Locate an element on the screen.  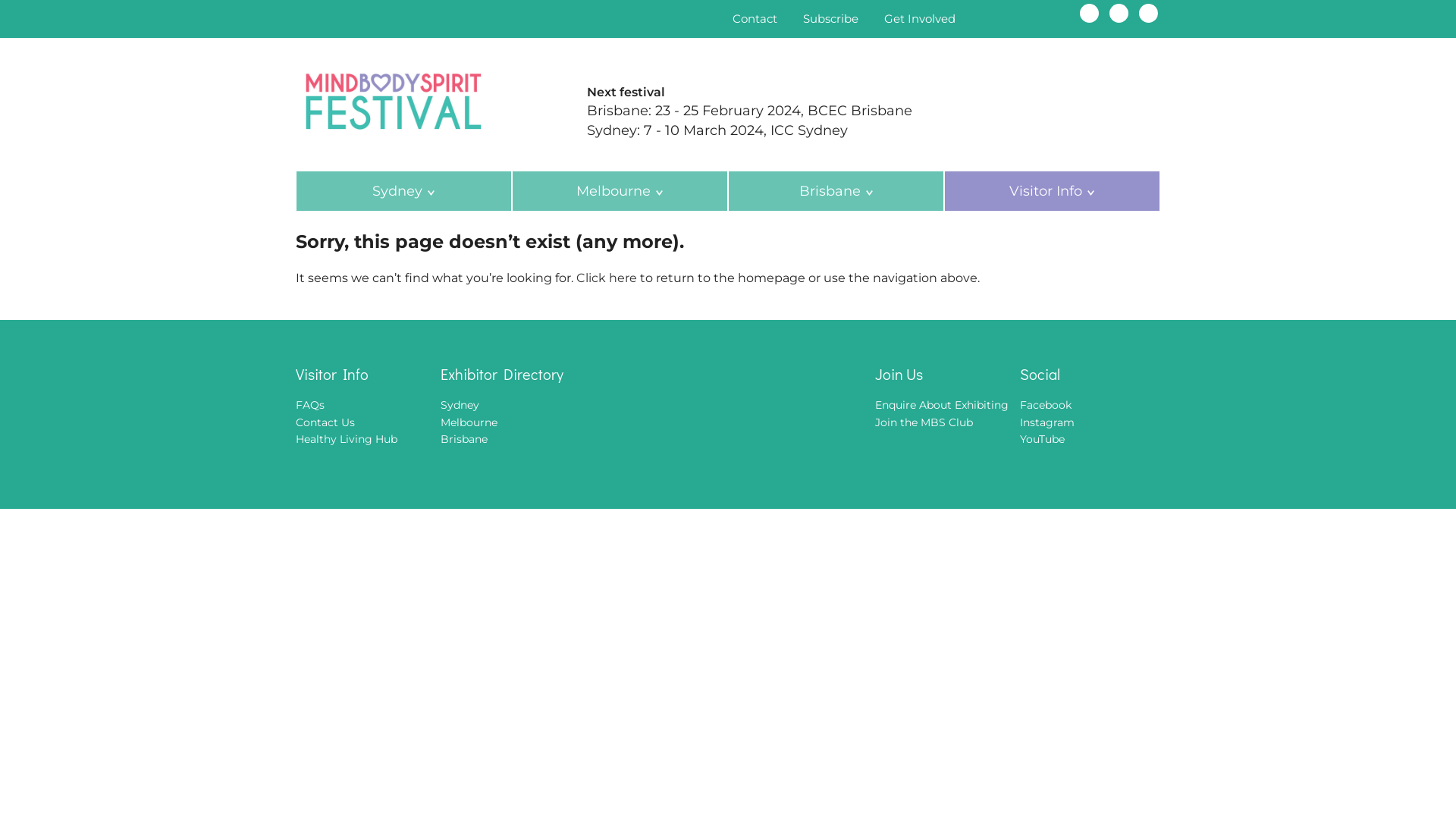
'Click here' is located at coordinates (575, 278).